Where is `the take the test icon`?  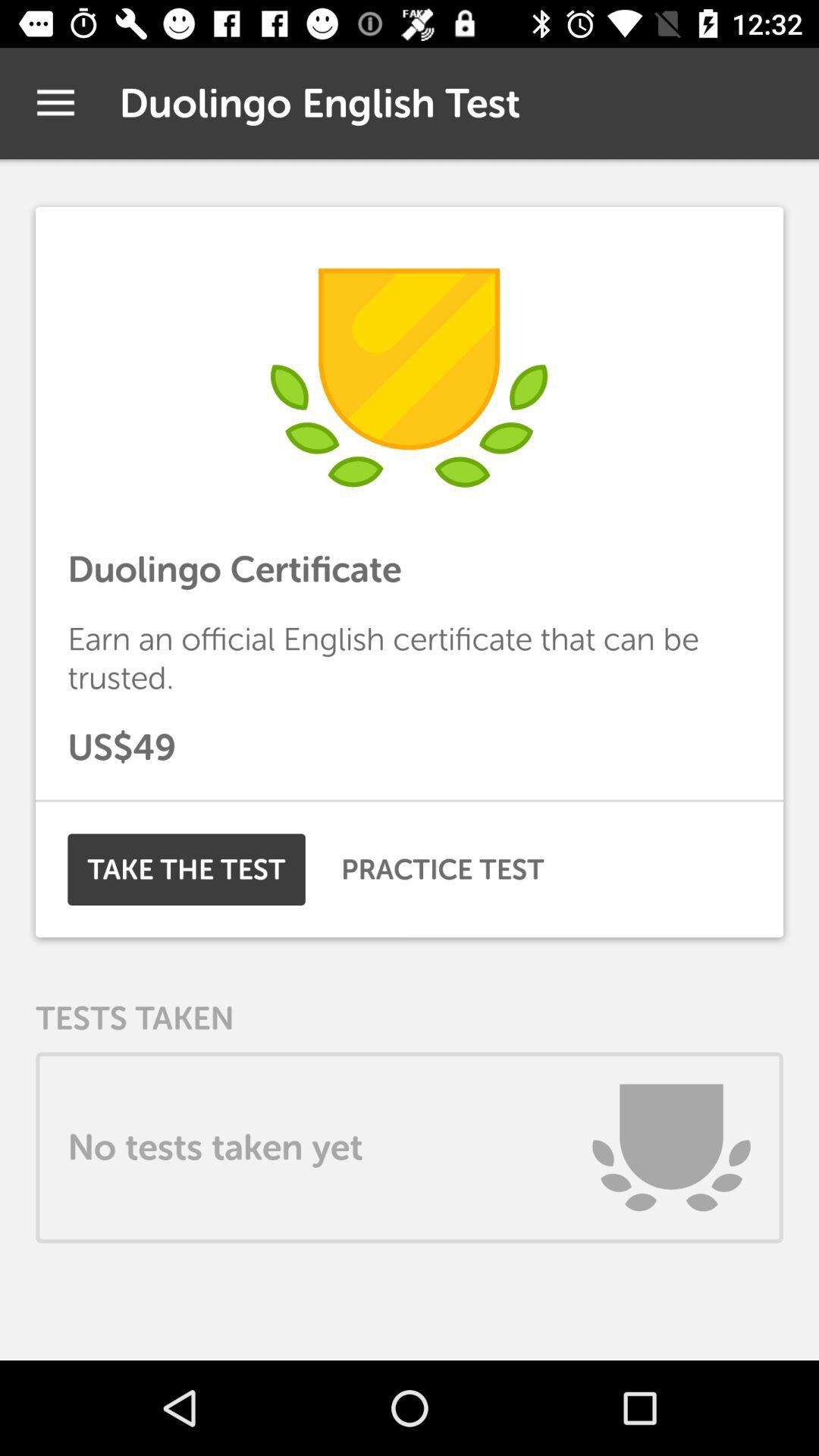
the take the test icon is located at coordinates (186, 869).